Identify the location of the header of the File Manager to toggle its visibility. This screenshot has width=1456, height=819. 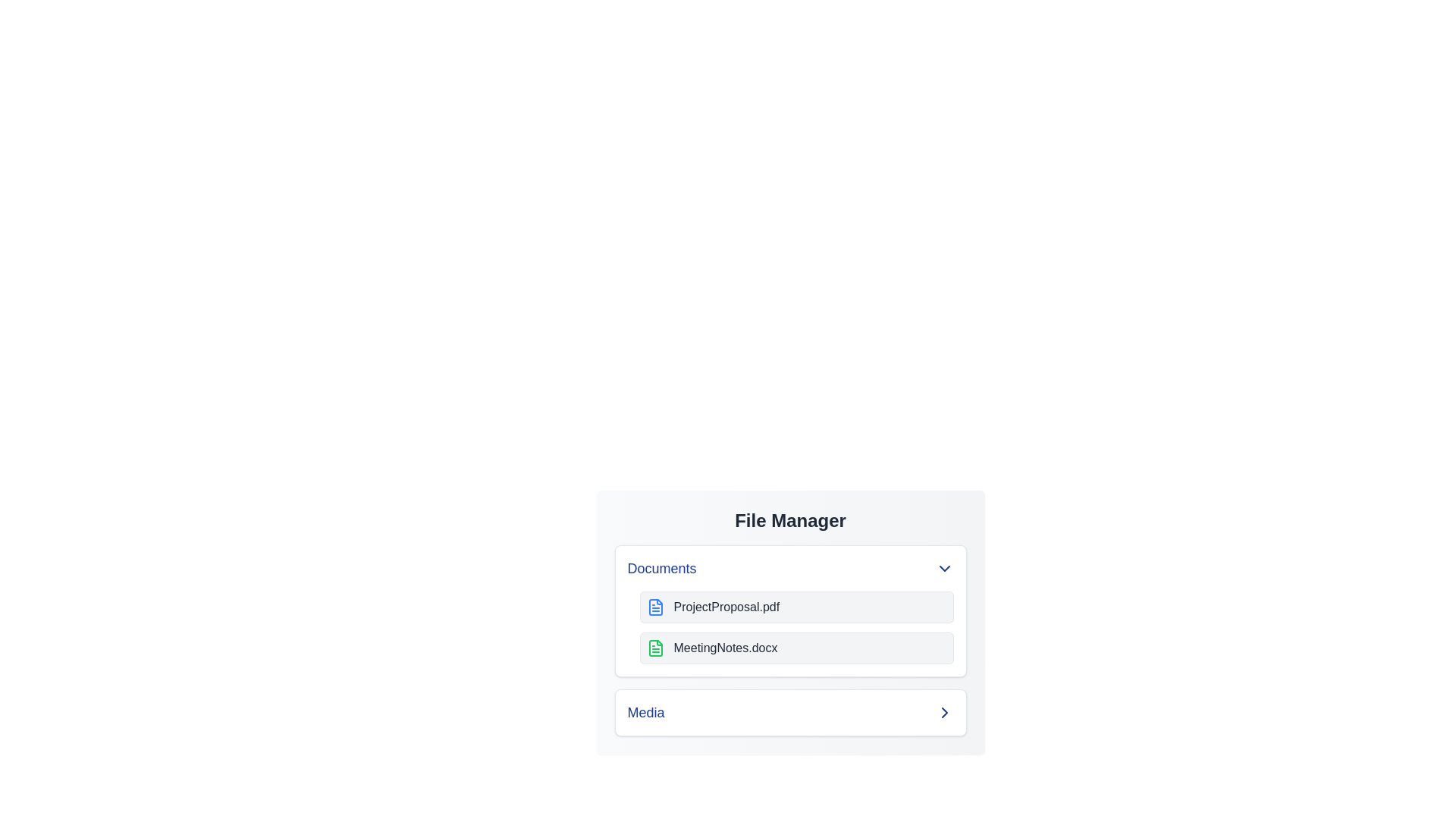
(789, 519).